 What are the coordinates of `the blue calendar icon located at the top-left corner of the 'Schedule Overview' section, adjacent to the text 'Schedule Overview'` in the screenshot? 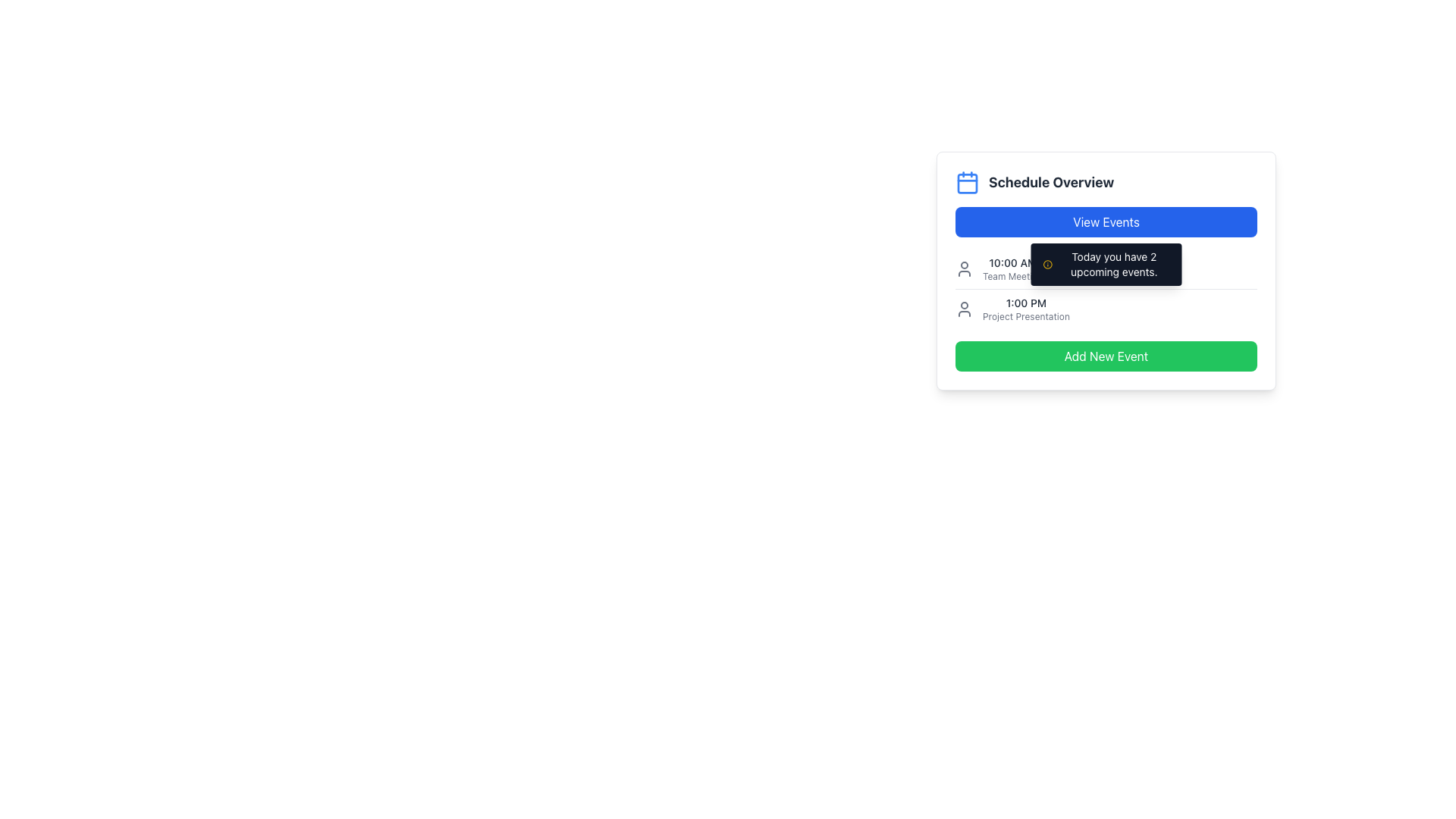 It's located at (967, 181).